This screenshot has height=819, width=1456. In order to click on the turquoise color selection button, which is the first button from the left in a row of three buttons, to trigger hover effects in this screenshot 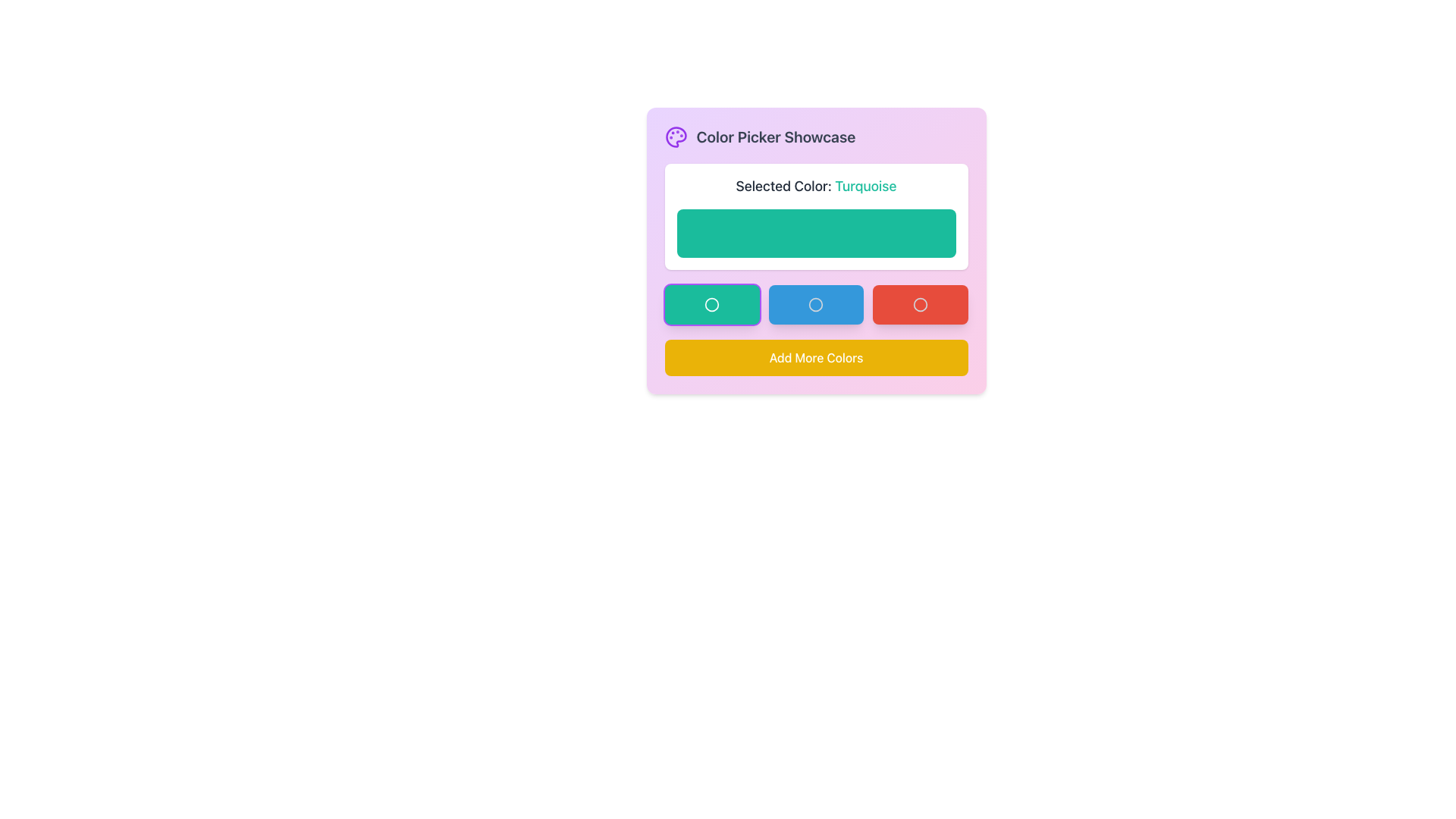, I will do `click(711, 304)`.